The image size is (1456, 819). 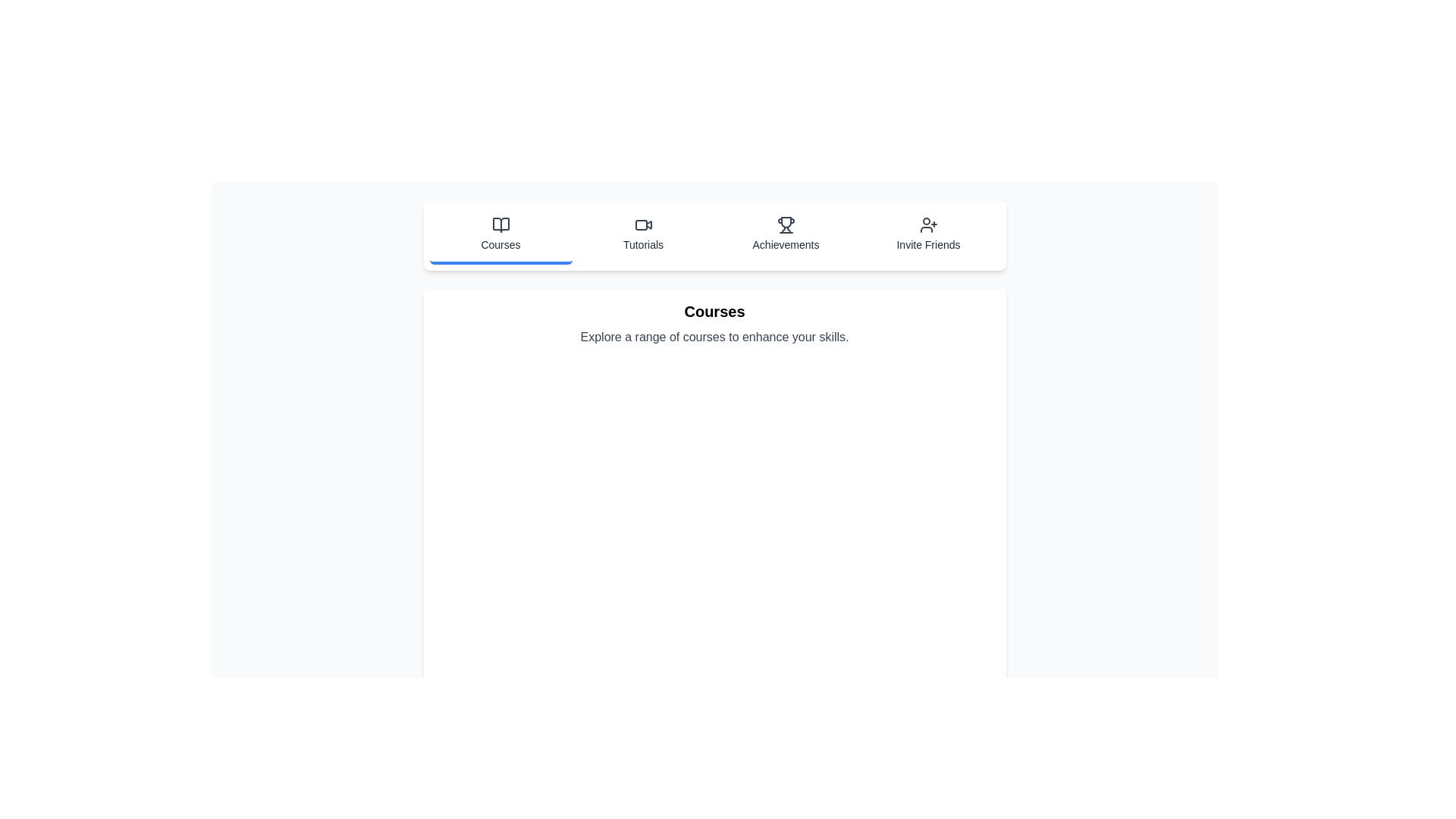 I want to click on the video camera icon in the navigation menu, so click(x=643, y=225).